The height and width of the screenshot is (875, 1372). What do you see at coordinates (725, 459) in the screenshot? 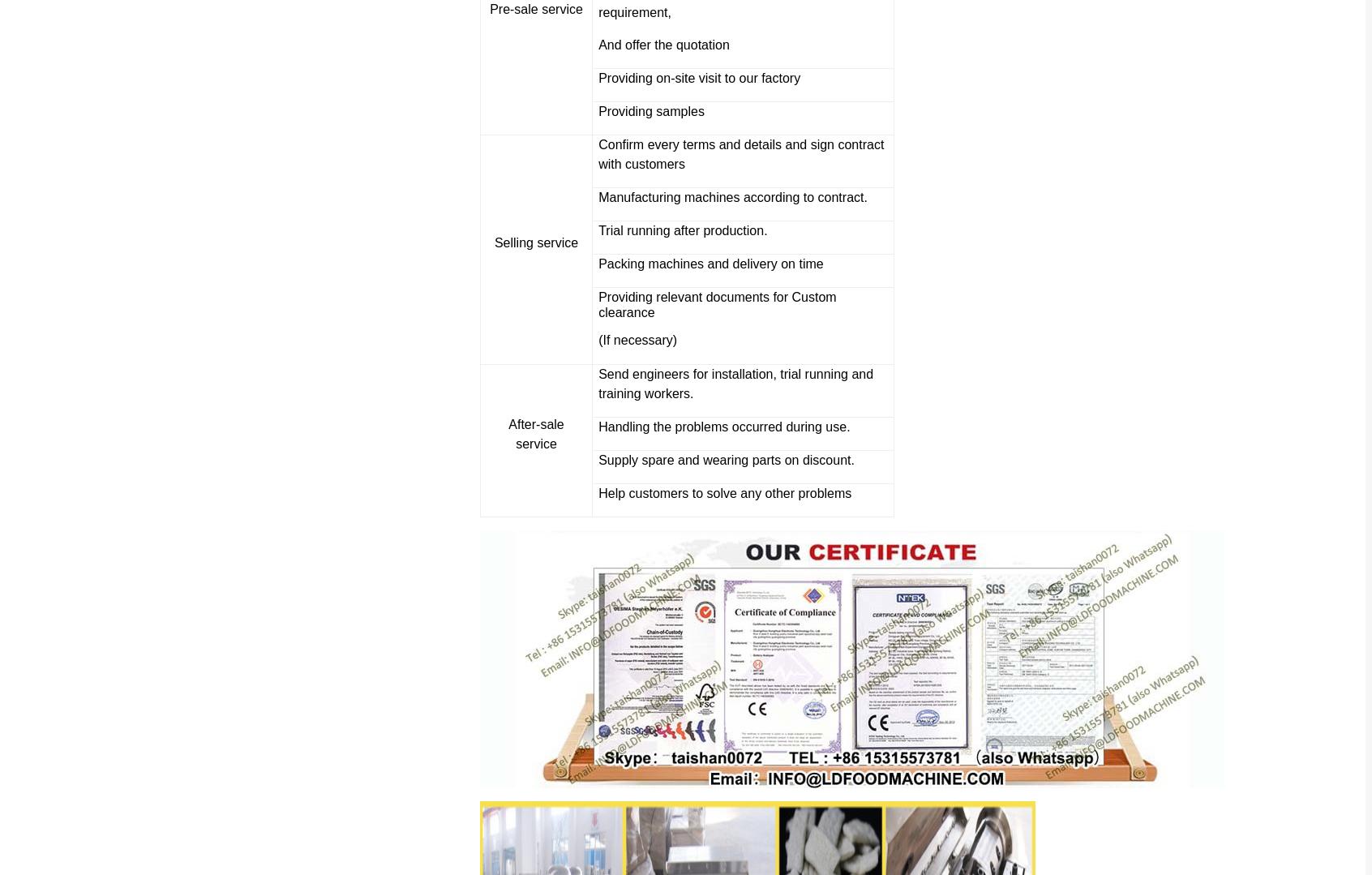
I see `'Supply spare and wearing parts on discount.'` at bounding box center [725, 459].